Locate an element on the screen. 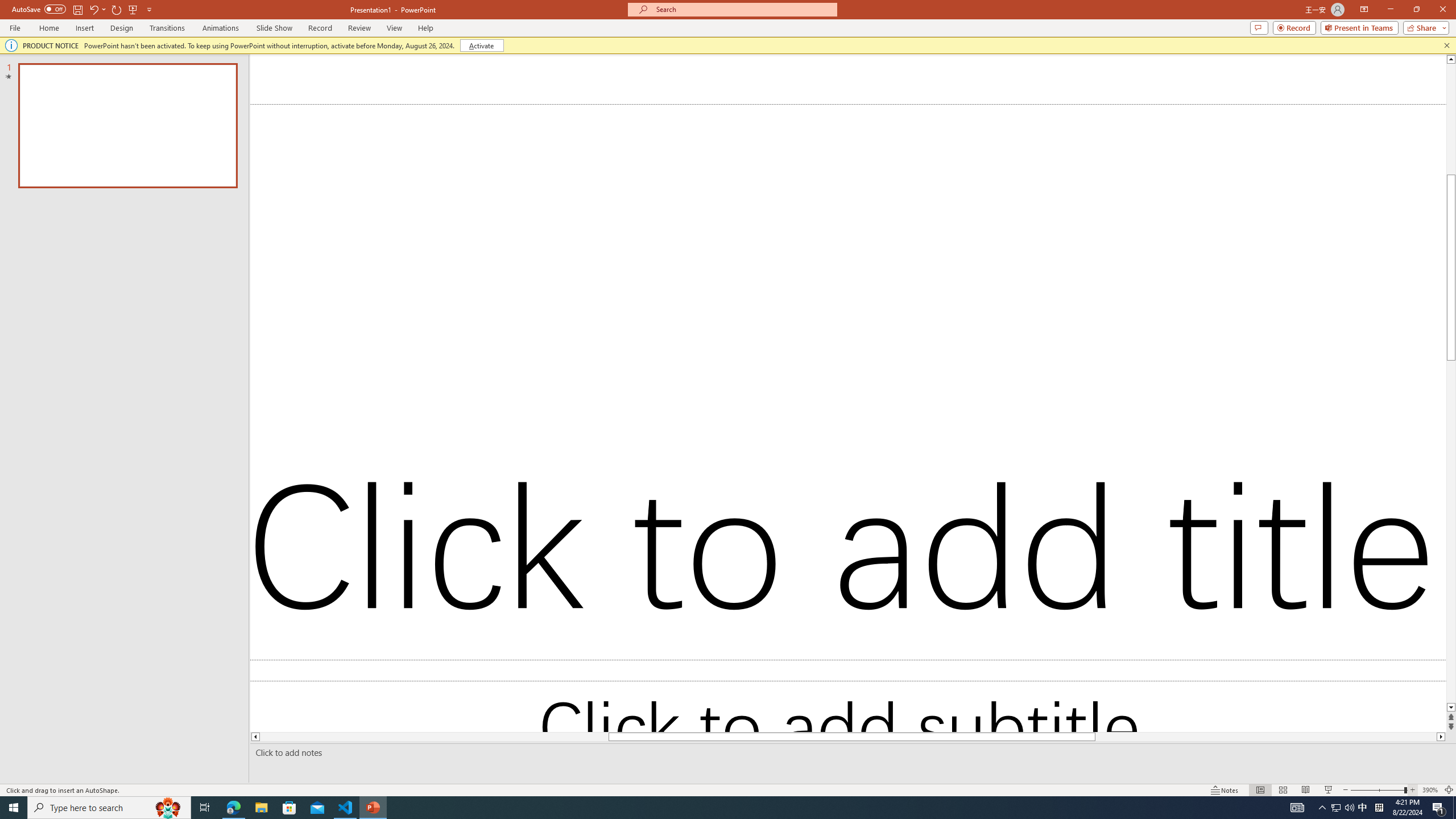 Image resolution: width=1456 pixels, height=819 pixels. 'Close' is located at coordinates (1442, 9).